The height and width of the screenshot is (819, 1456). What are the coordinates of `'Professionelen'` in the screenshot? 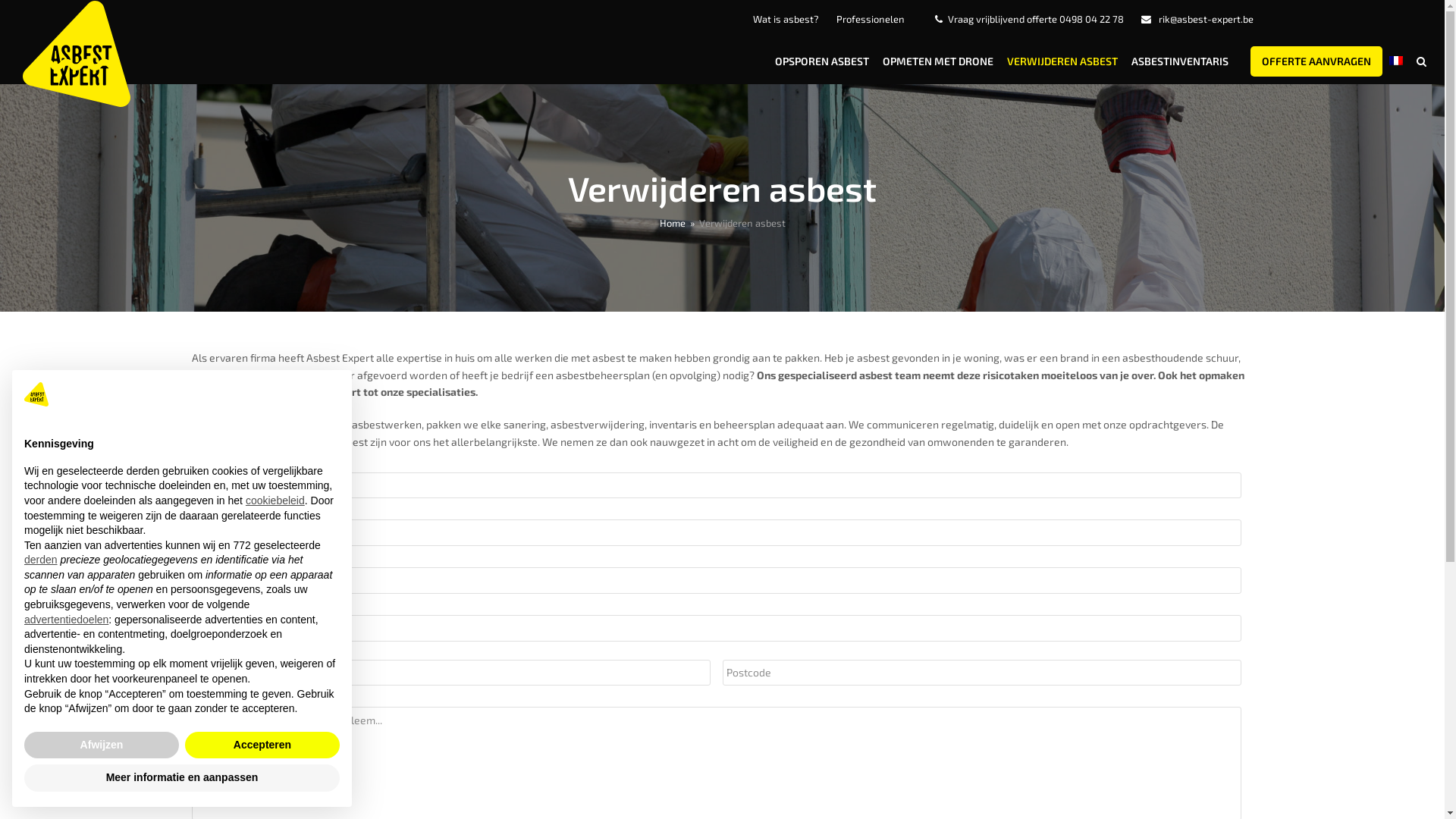 It's located at (870, 18).